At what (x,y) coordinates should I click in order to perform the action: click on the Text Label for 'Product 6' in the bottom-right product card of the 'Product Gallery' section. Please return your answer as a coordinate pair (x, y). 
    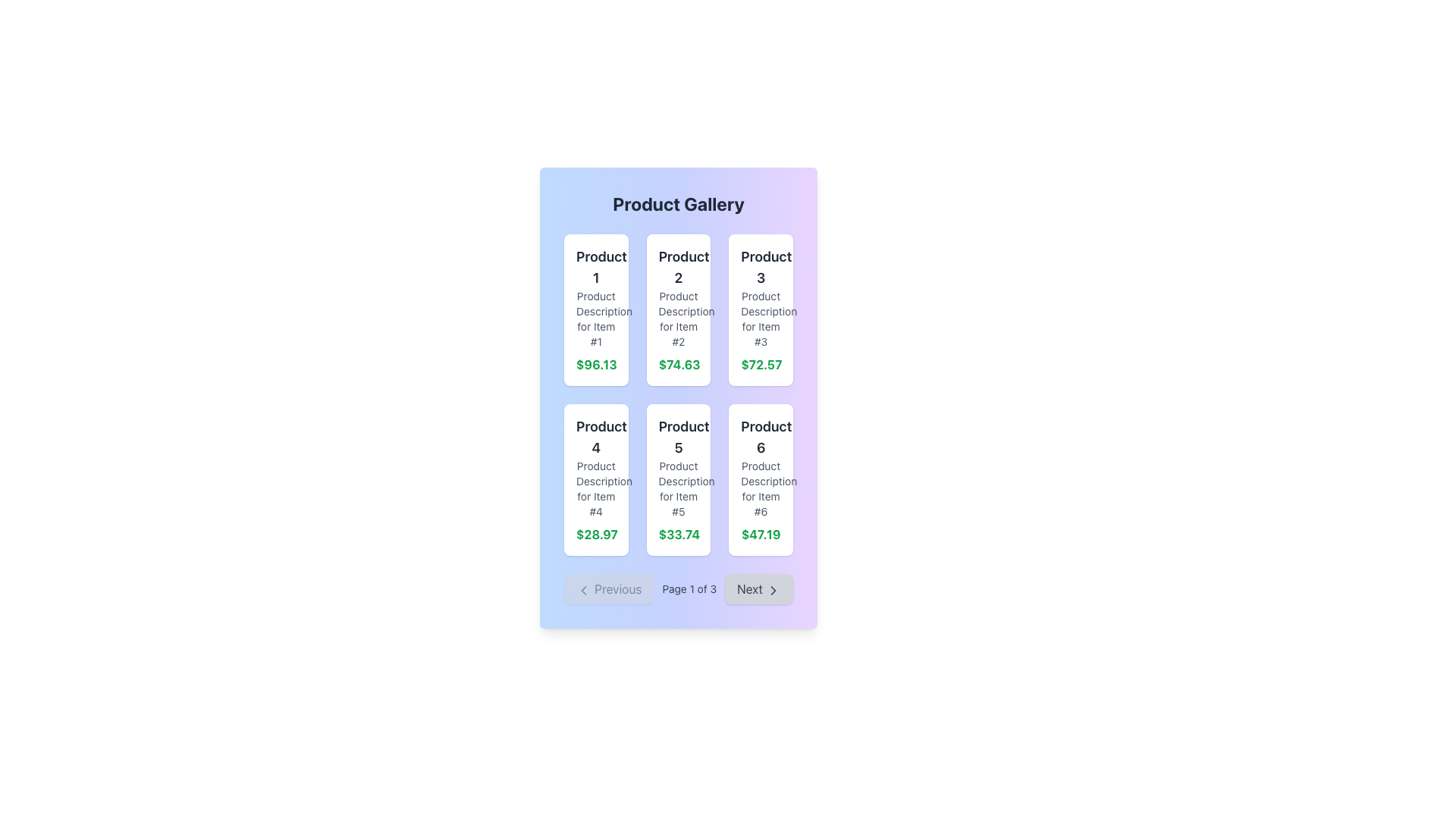
    Looking at the image, I should click on (761, 438).